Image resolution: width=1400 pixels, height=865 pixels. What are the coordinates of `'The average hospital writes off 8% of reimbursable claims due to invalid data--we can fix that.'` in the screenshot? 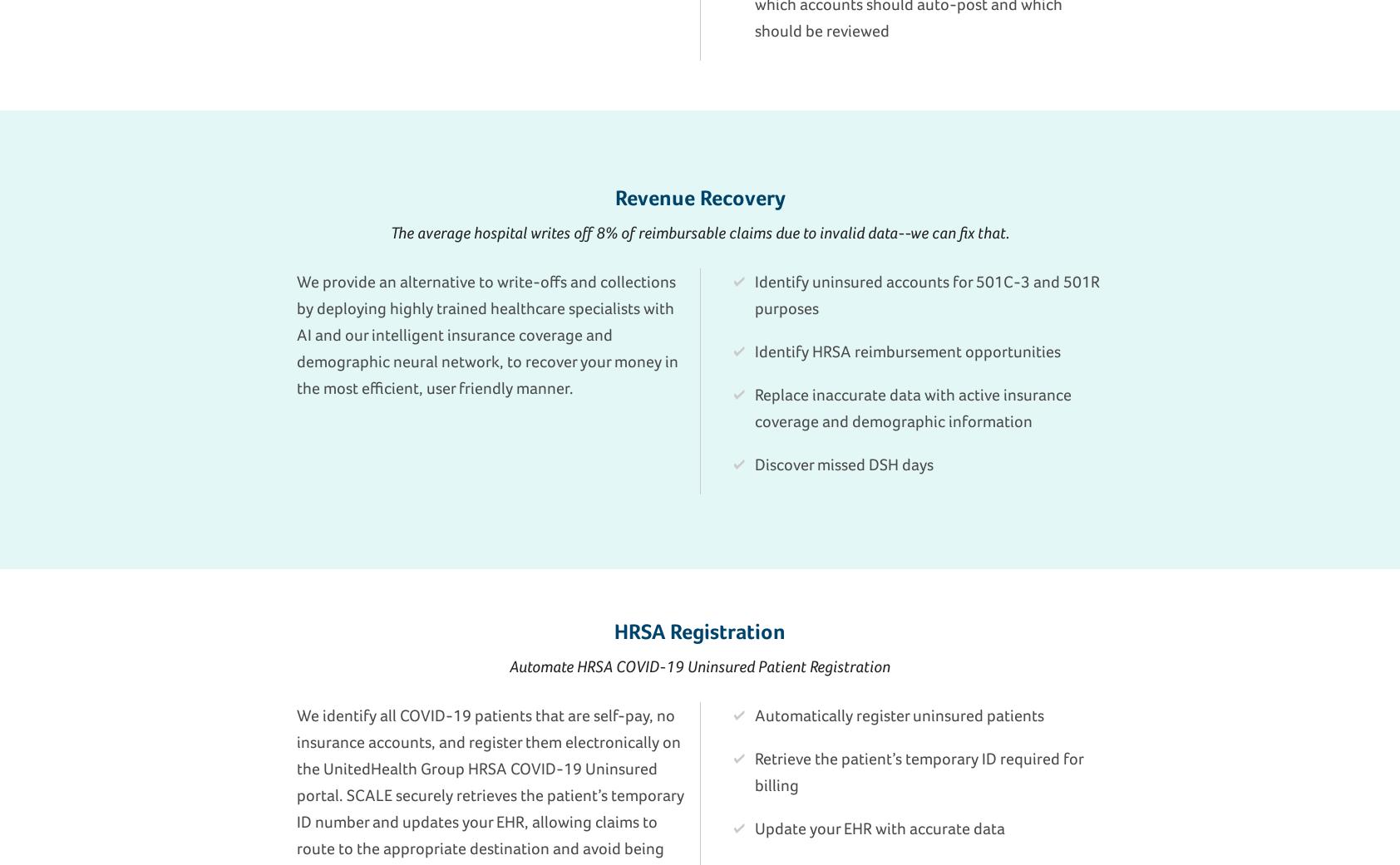 It's located at (700, 231).